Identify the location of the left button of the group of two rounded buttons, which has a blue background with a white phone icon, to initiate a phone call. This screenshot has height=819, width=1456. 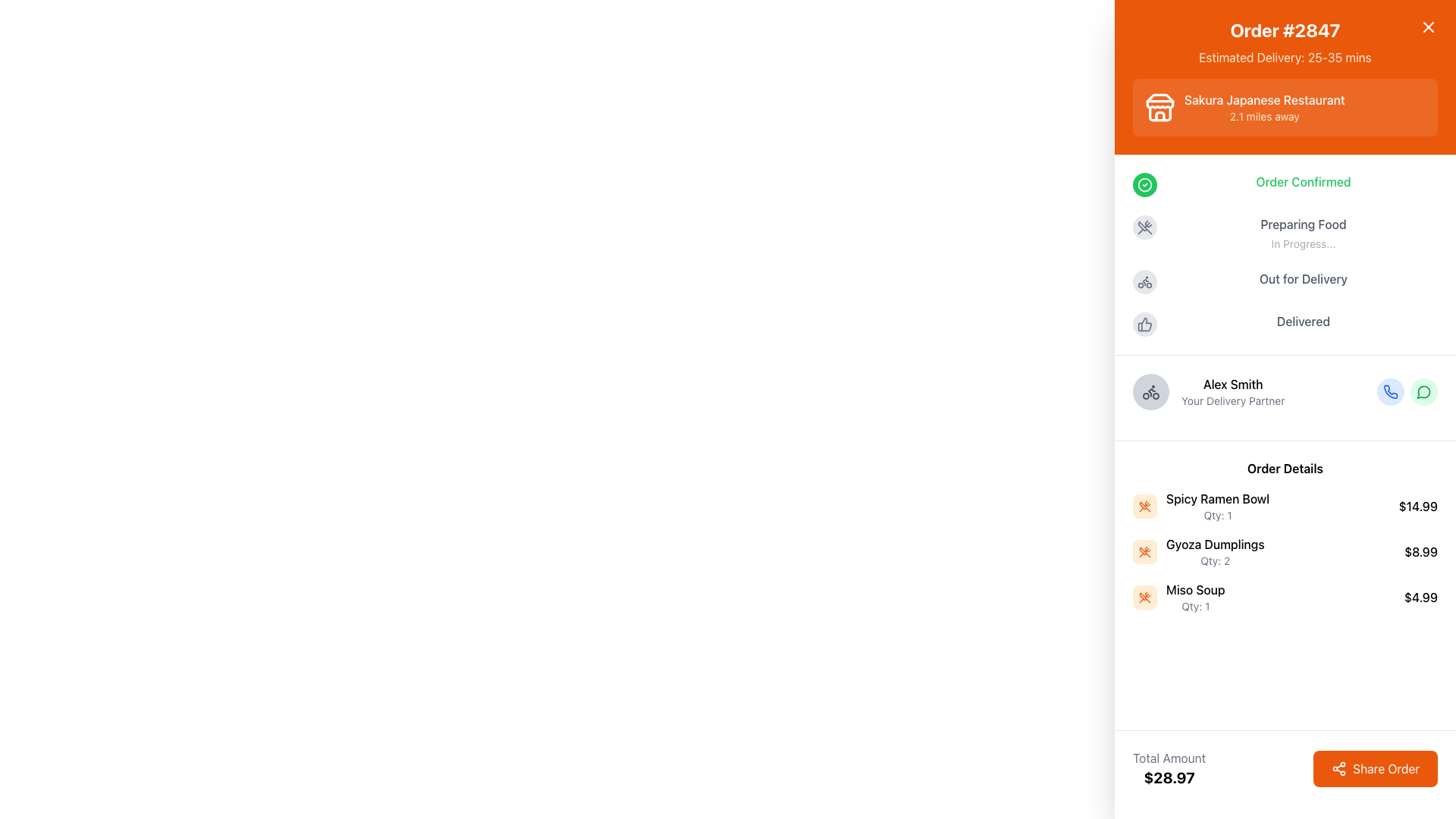
(1407, 391).